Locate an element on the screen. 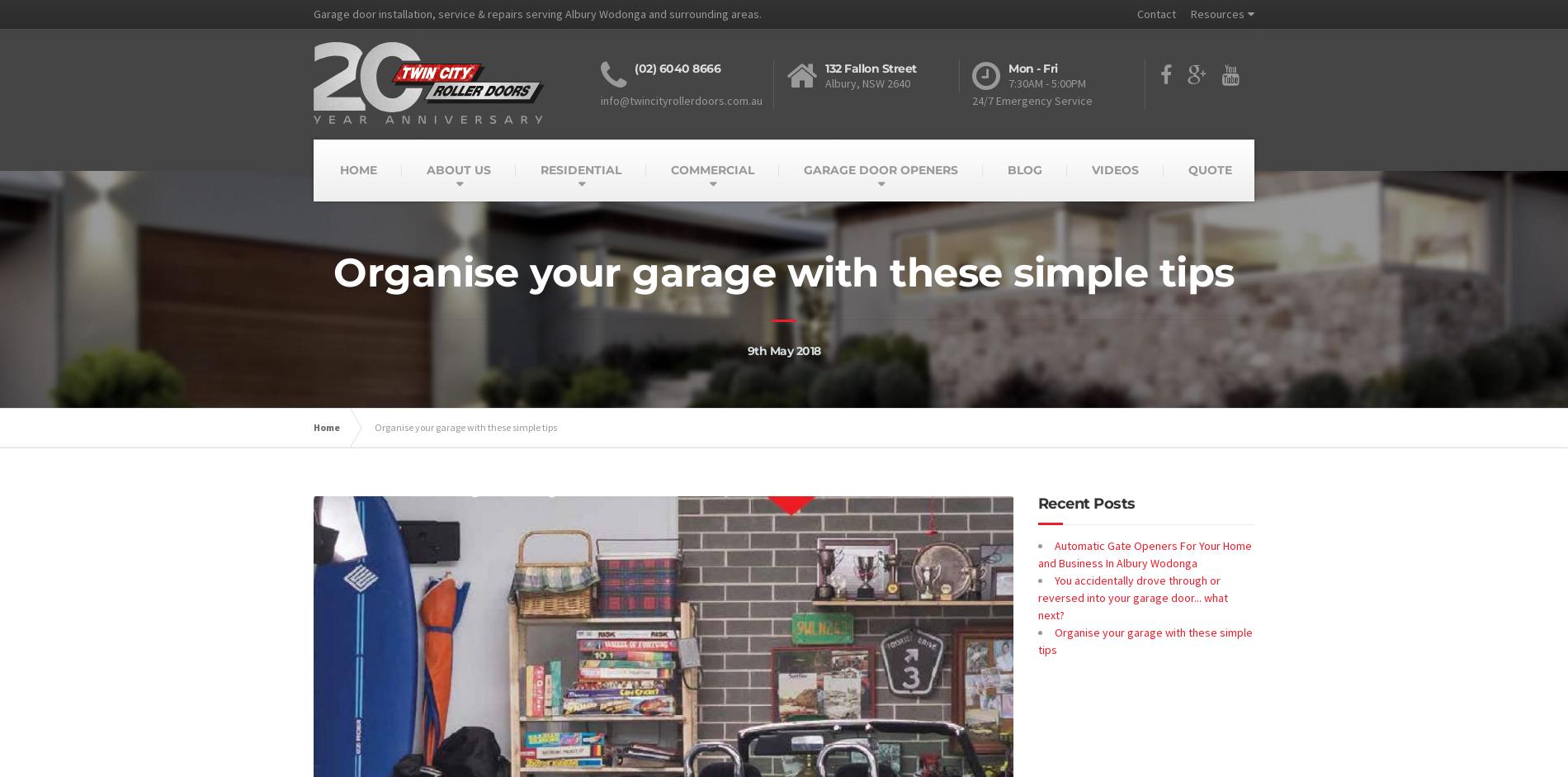  'Contact' is located at coordinates (1155, 14).